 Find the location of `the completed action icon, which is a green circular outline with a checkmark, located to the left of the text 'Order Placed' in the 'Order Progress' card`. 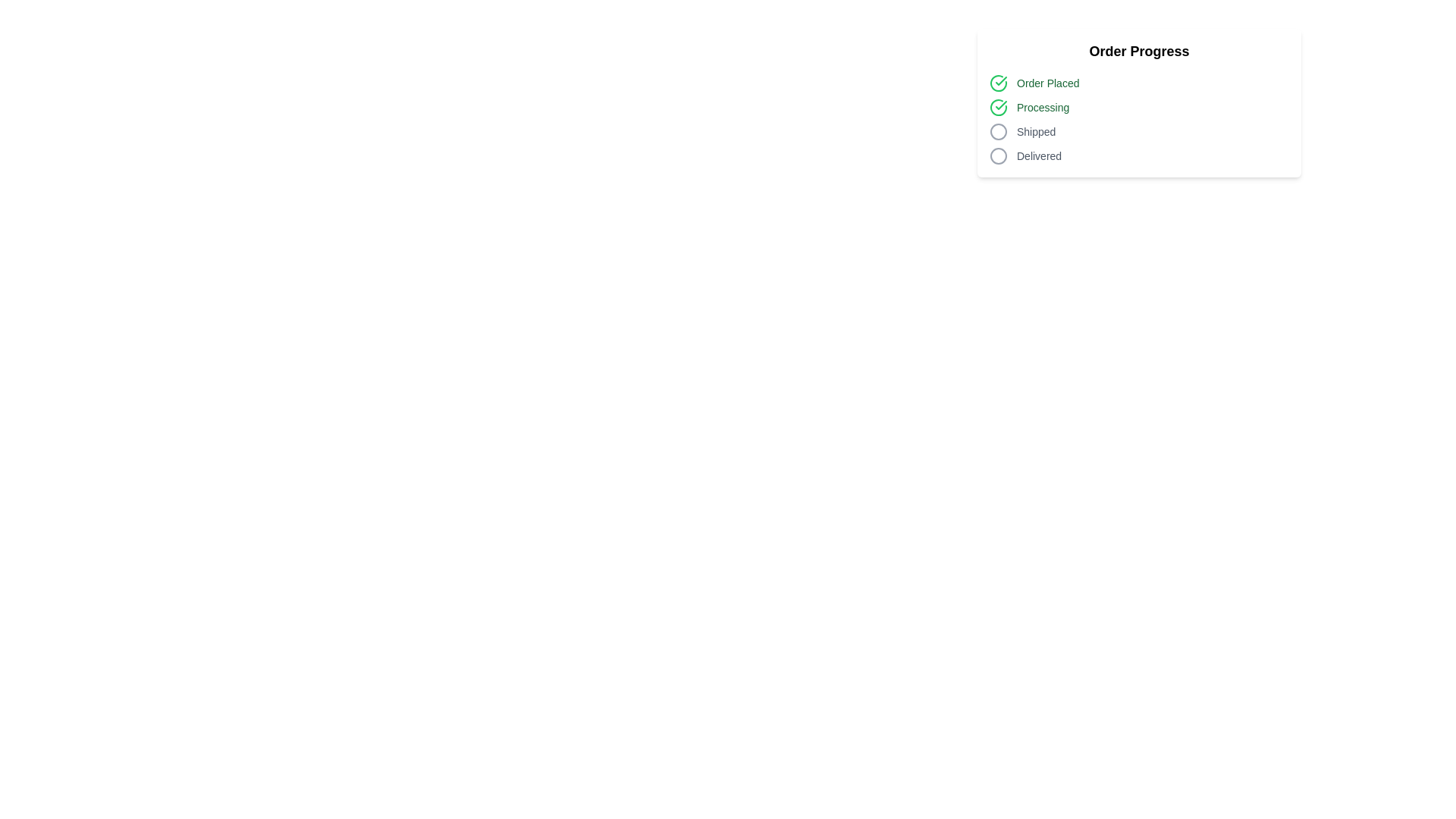

the completed action icon, which is a green circular outline with a checkmark, located to the left of the text 'Order Placed' in the 'Order Progress' card is located at coordinates (998, 83).